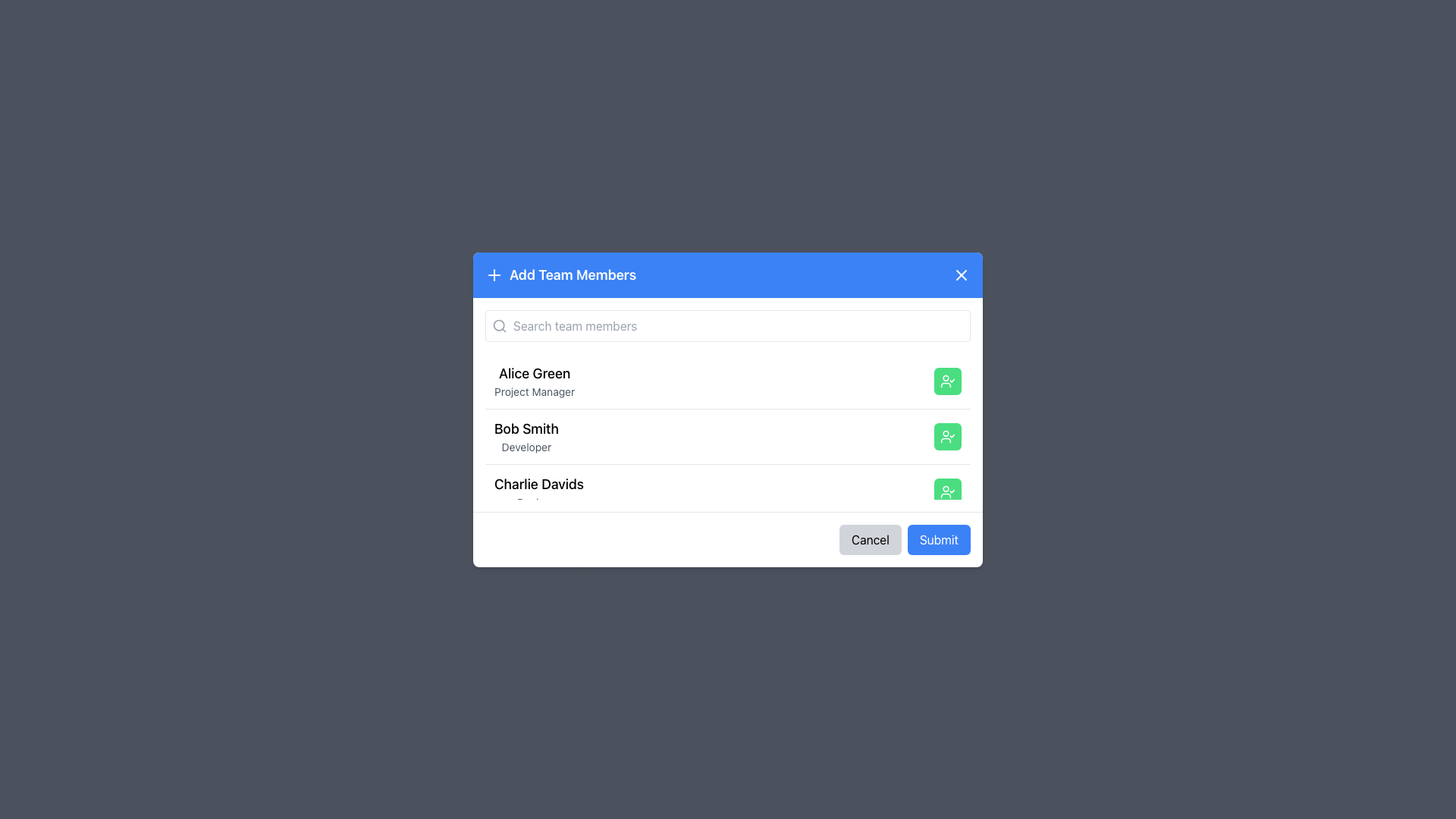  Describe the element at coordinates (946, 491) in the screenshot. I see `the green button with a user silhouette and checkmark next to 'Charlie Davids'` at that location.